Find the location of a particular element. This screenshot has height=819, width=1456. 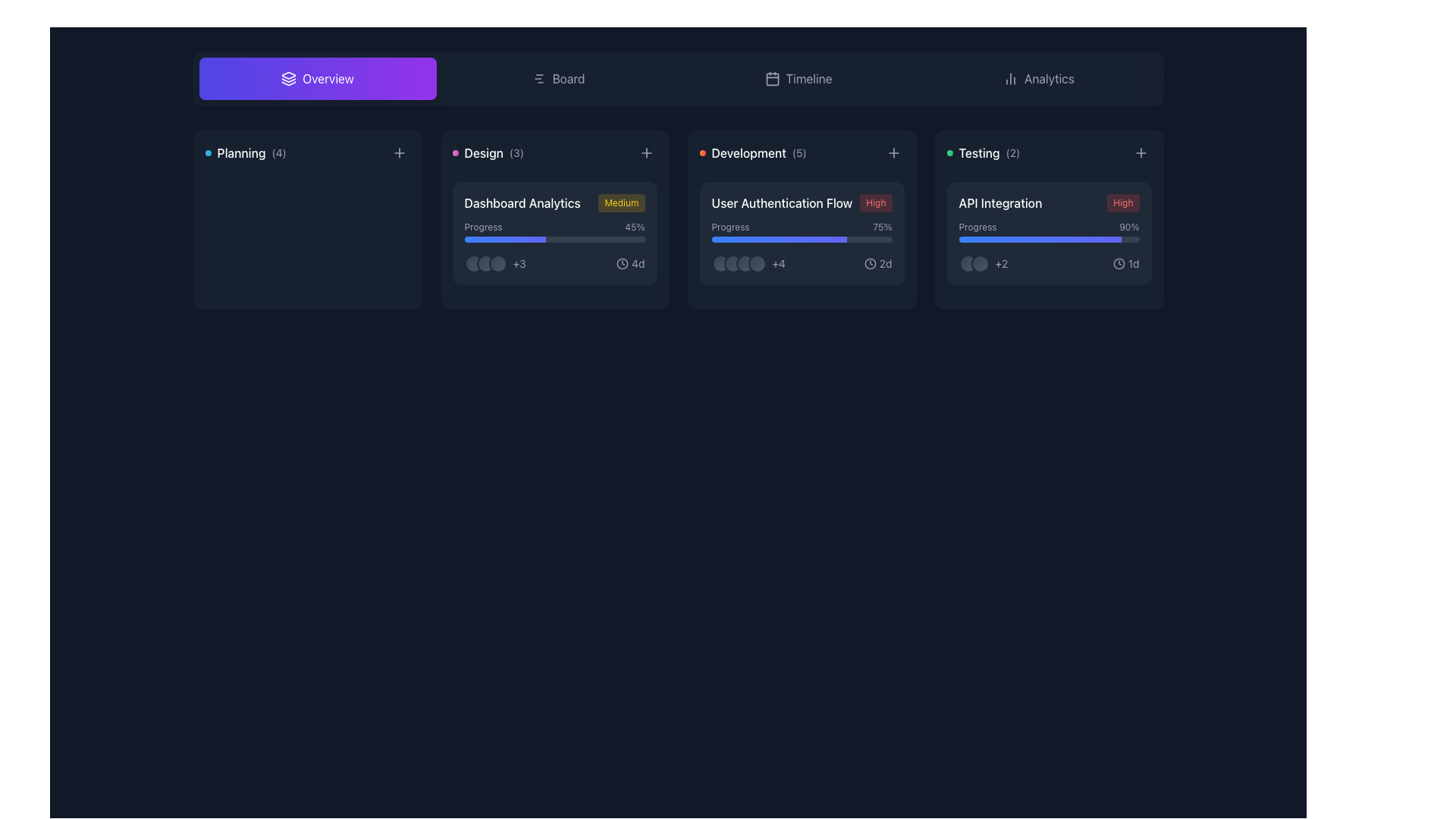

the Avatar group labeled '+3' located in the bottom-left corner of the 'Dashboard Analytics' card under the 'Design' section, adjacent to a progress bar is located at coordinates (494, 262).